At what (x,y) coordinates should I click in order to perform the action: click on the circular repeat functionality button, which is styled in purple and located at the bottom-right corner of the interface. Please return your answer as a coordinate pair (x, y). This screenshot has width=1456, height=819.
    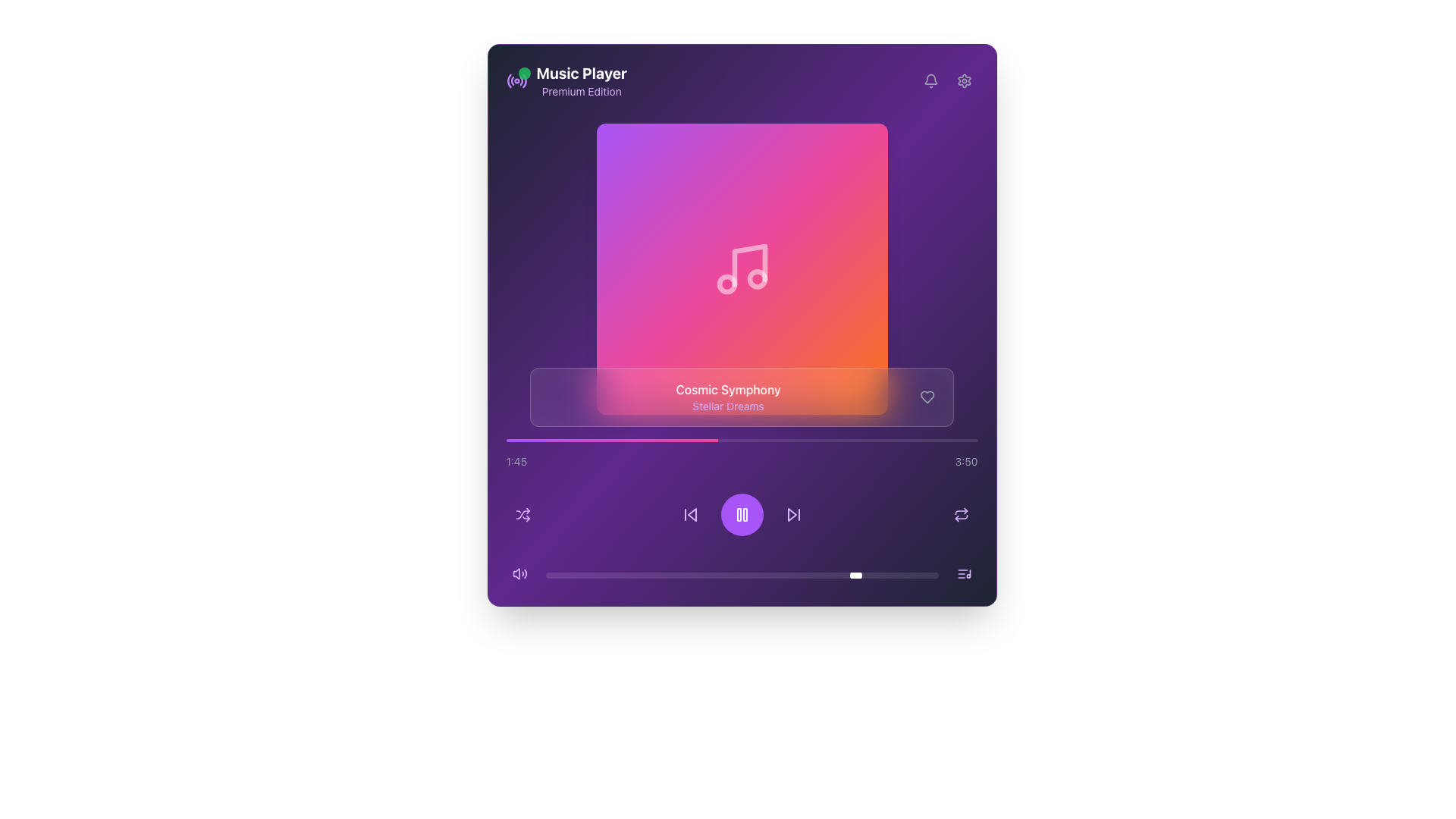
    Looking at the image, I should click on (960, 513).